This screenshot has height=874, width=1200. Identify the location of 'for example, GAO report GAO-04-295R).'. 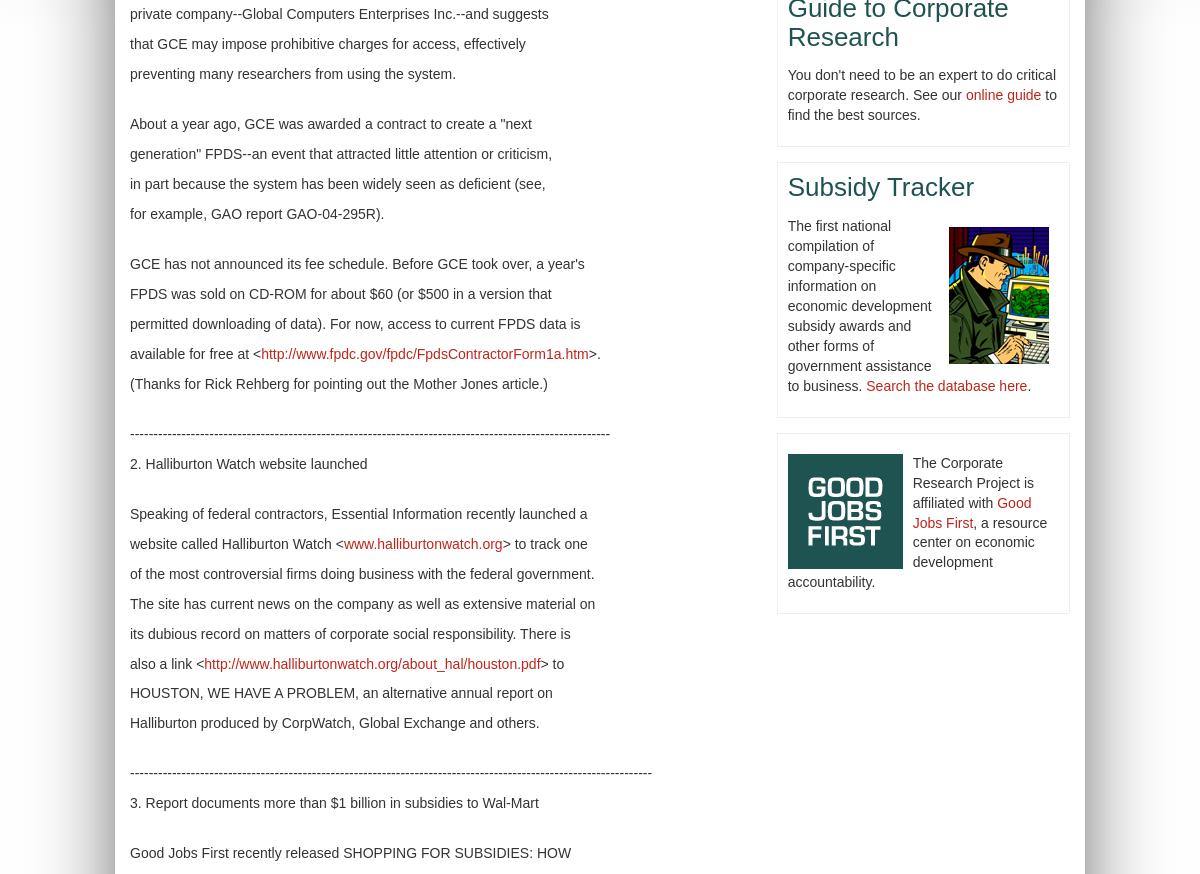
(256, 211).